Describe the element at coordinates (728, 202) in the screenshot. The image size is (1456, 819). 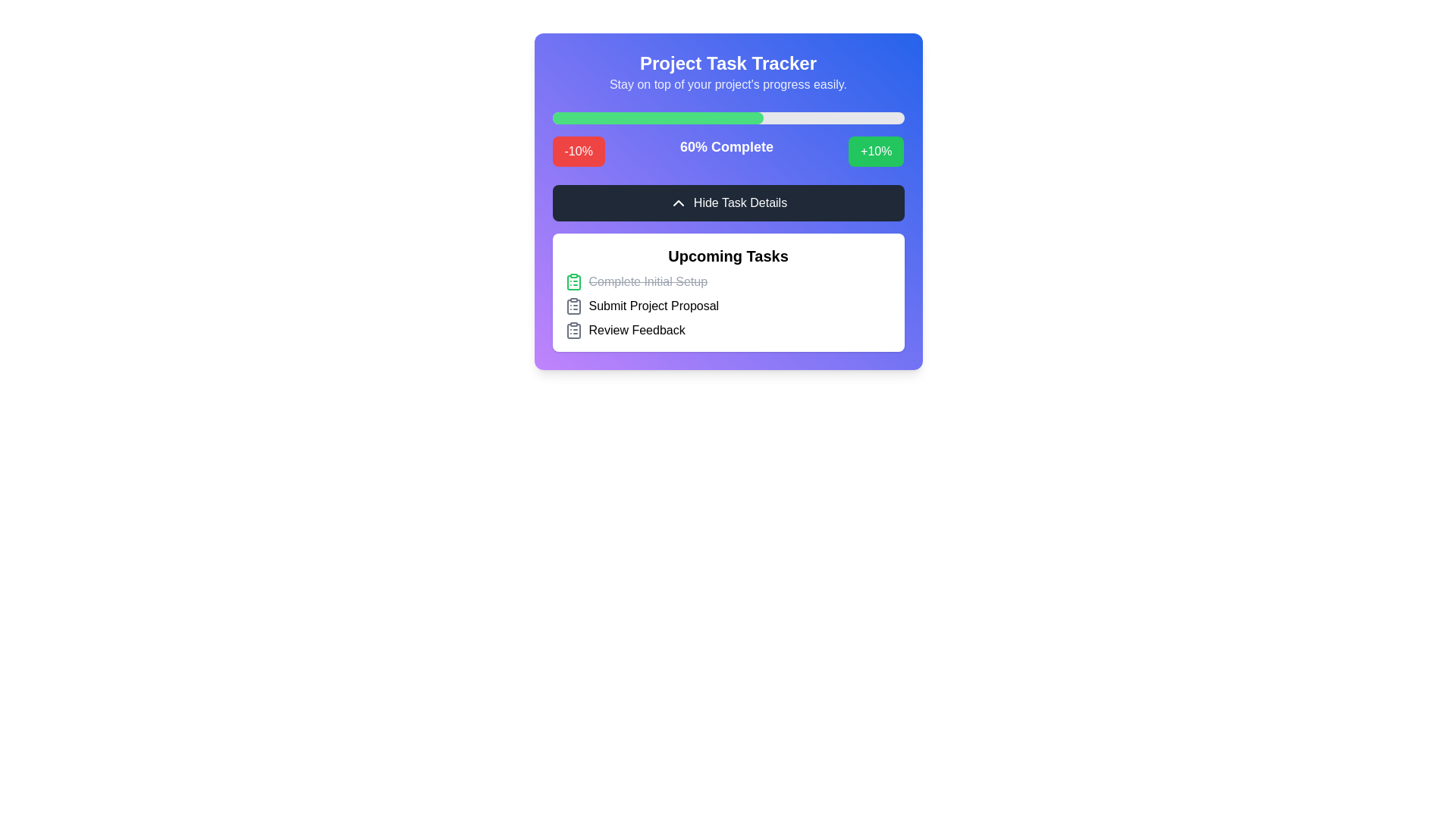
I see `the dark-gray button labeled 'Hide Task Details' with an upward-pointing chevron icon` at that location.